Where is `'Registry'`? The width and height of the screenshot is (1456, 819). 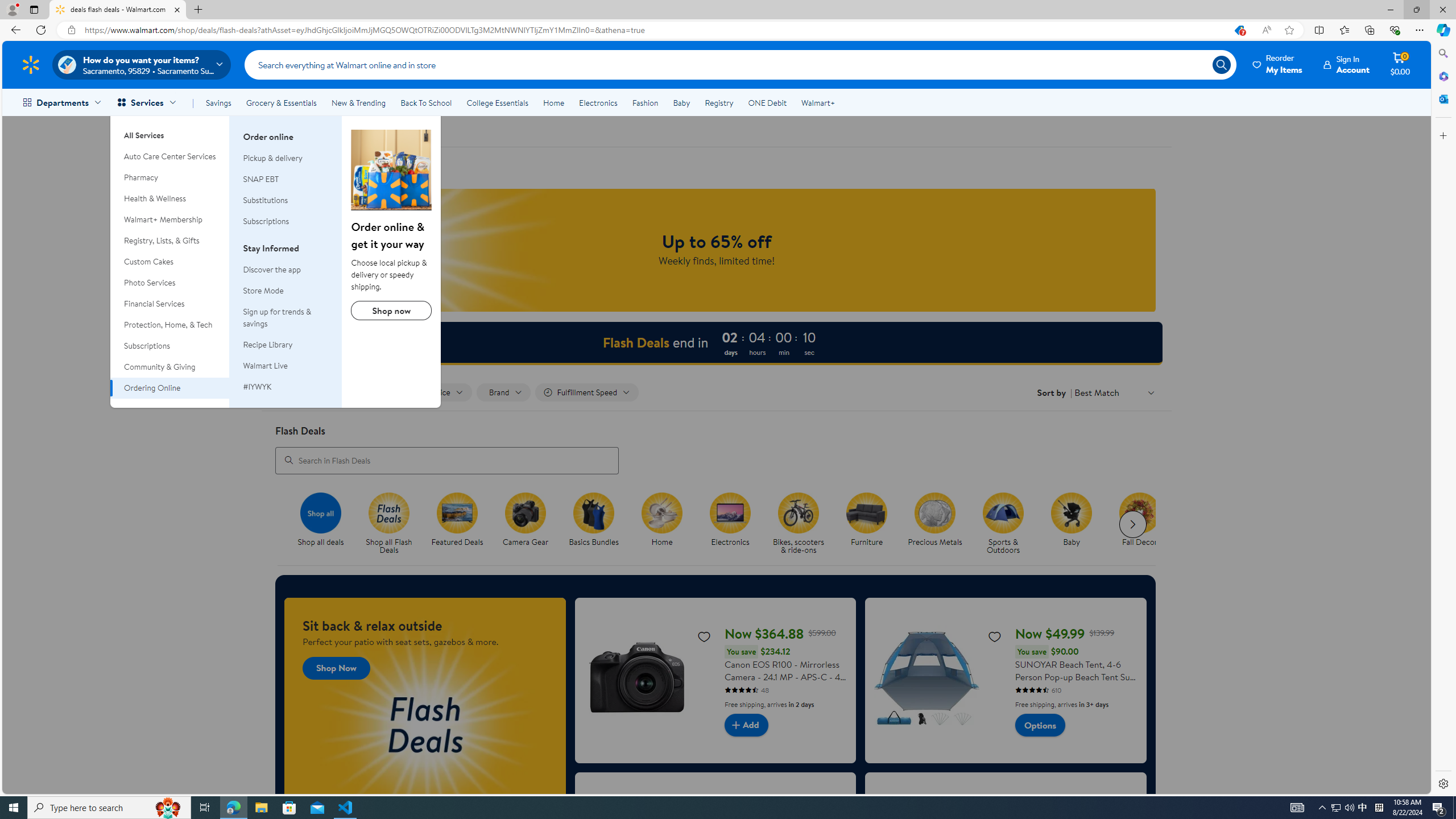
'Registry' is located at coordinates (718, 102).